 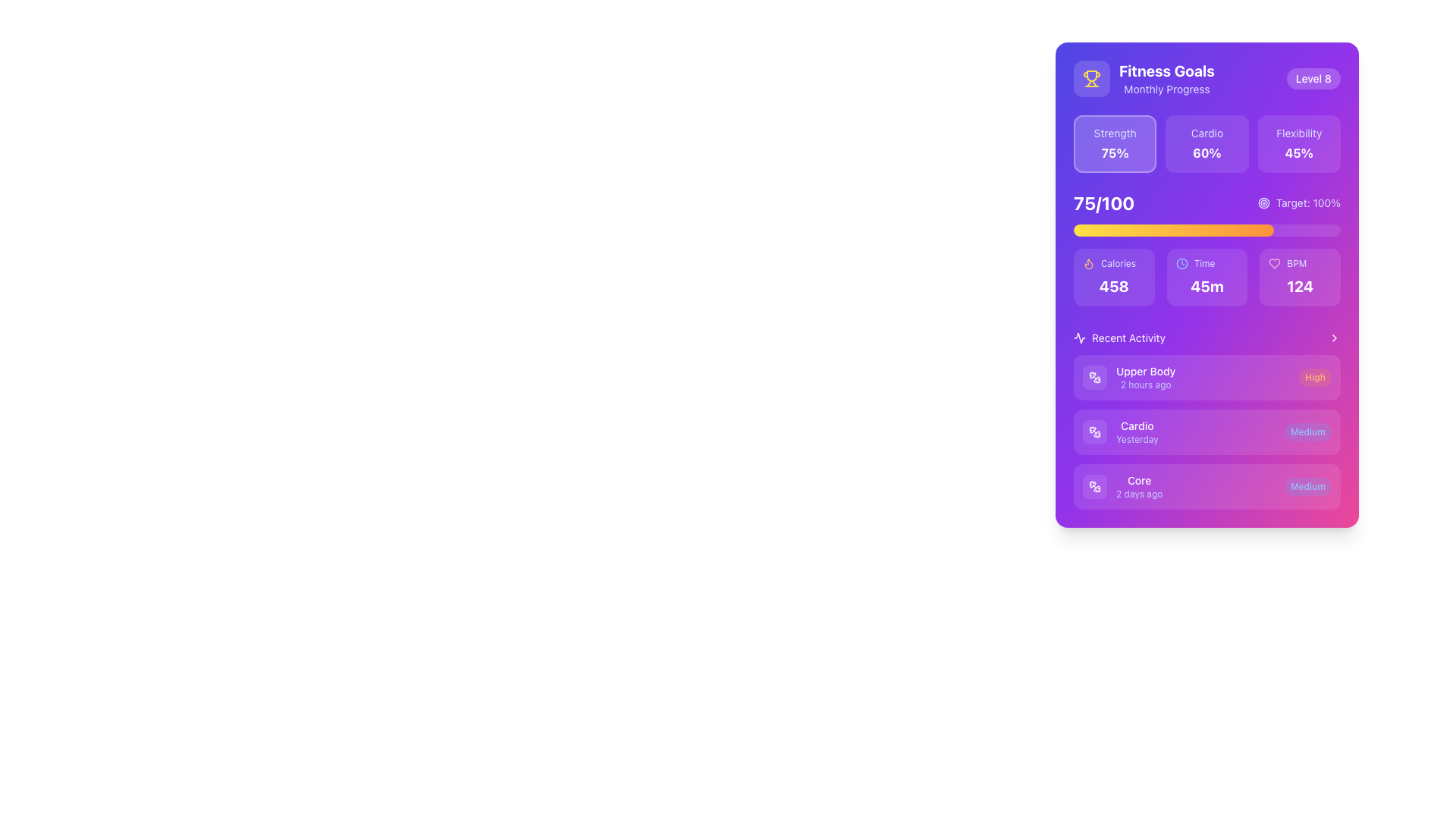 I want to click on the 'Upper Body' text label indicating recent activity in the 'Recent Activity' list, so click(x=1146, y=371).